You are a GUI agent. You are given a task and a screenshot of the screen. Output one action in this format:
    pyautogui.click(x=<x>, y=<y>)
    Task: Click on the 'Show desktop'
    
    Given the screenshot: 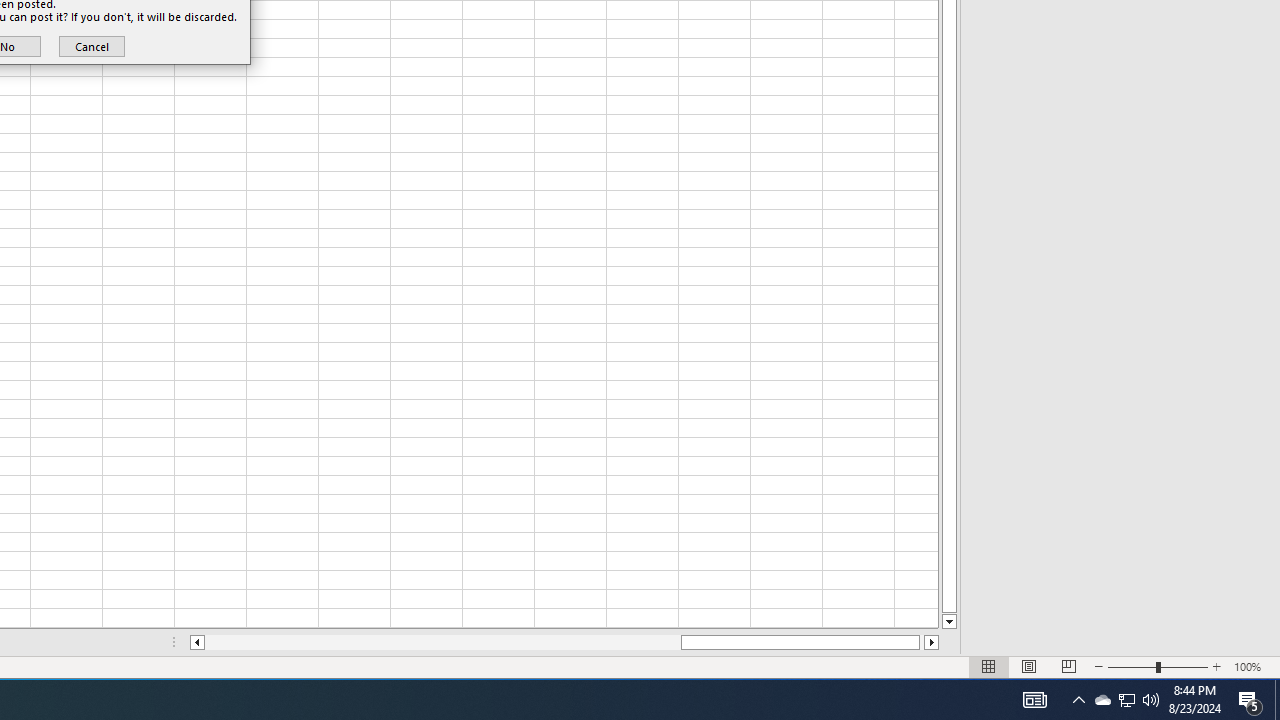 What is the action you would take?
    pyautogui.click(x=1250, y=698)
    